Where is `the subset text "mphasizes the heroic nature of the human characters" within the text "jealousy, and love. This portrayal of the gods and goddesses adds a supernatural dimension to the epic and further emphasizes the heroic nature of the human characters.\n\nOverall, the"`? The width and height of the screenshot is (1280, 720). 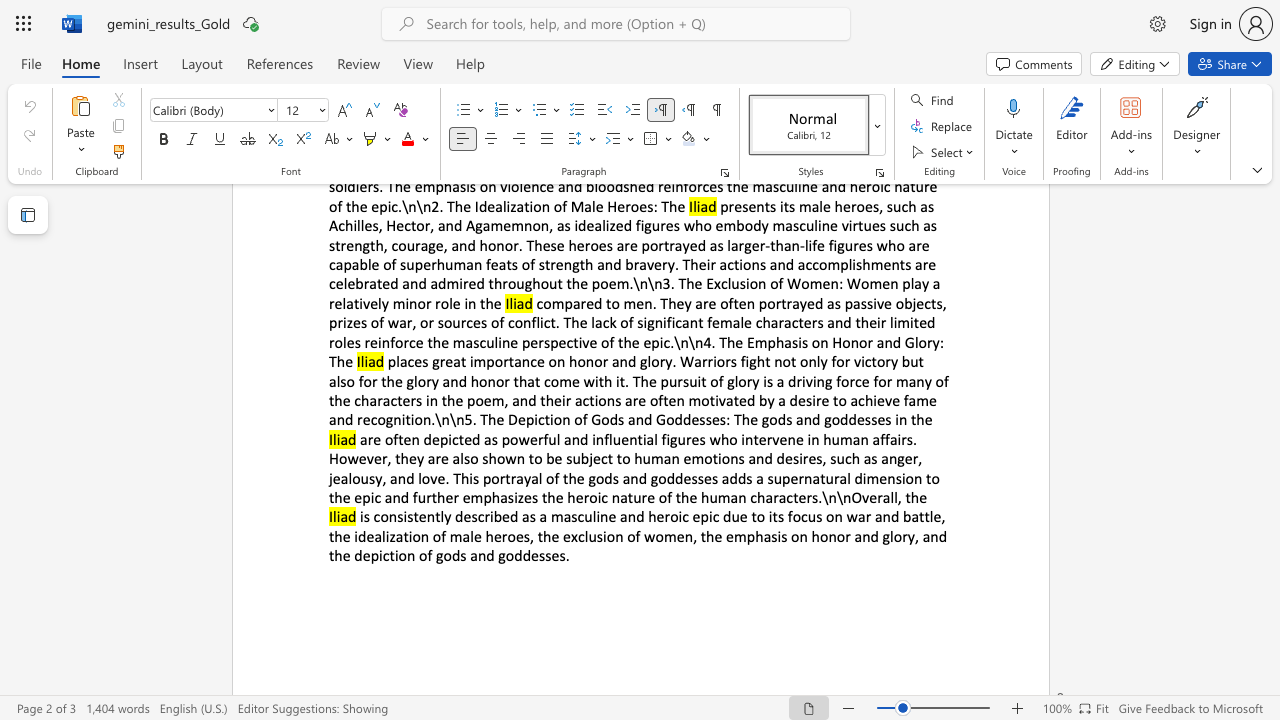 the subset text "mphasizes the heroic nature of the human characters" within the text "jealousy, and love. This portrayal of the gods and goddesses adds a supernatural dimension to the epic and further emphasizes the heroic nature of the human characters.\n\nOverall, the" is located at coordinates (469, 496).